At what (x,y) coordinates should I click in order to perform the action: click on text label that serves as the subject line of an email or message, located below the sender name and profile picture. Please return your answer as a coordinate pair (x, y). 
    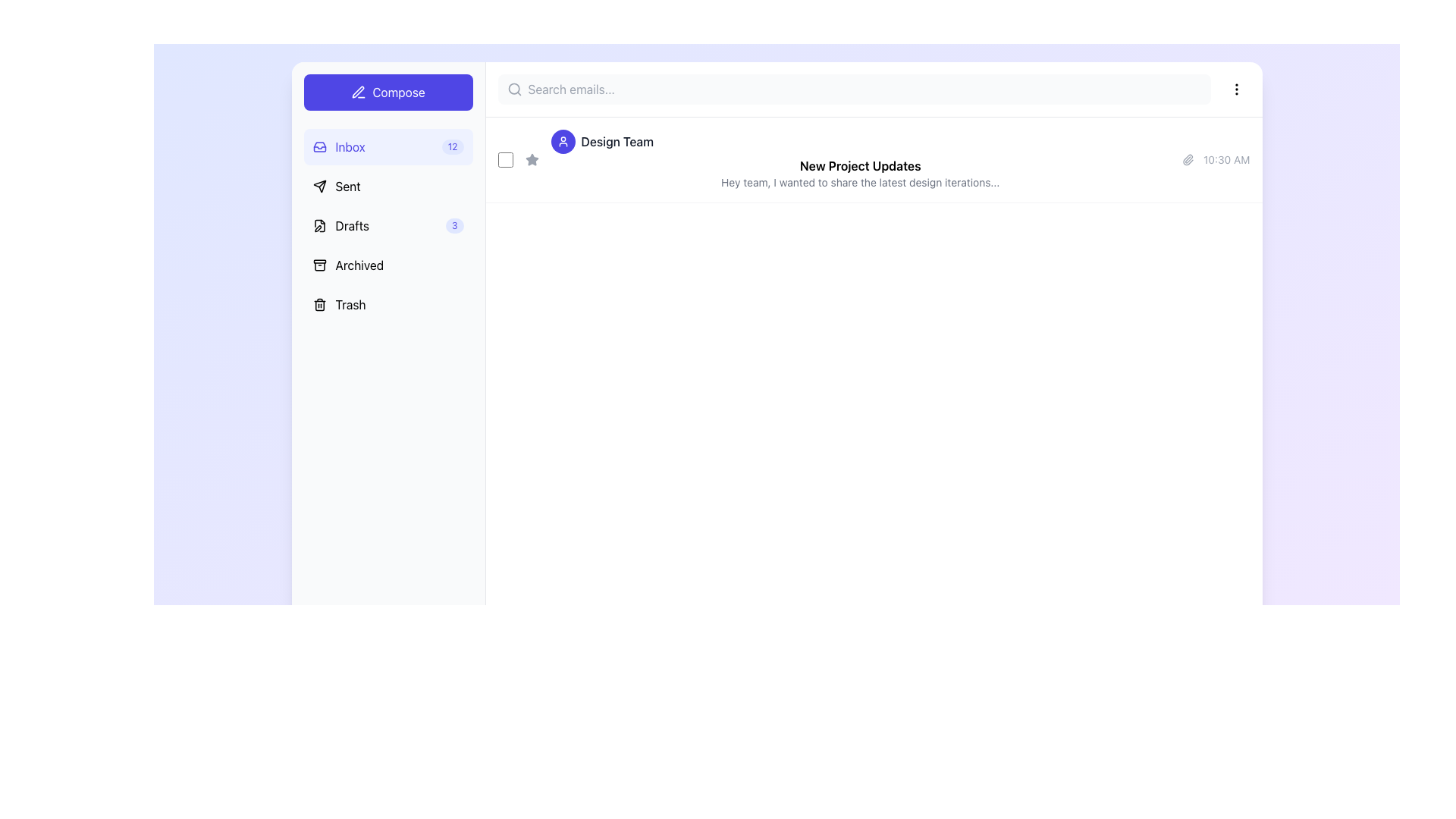
    Looking at the image, I should click on (860, 166).